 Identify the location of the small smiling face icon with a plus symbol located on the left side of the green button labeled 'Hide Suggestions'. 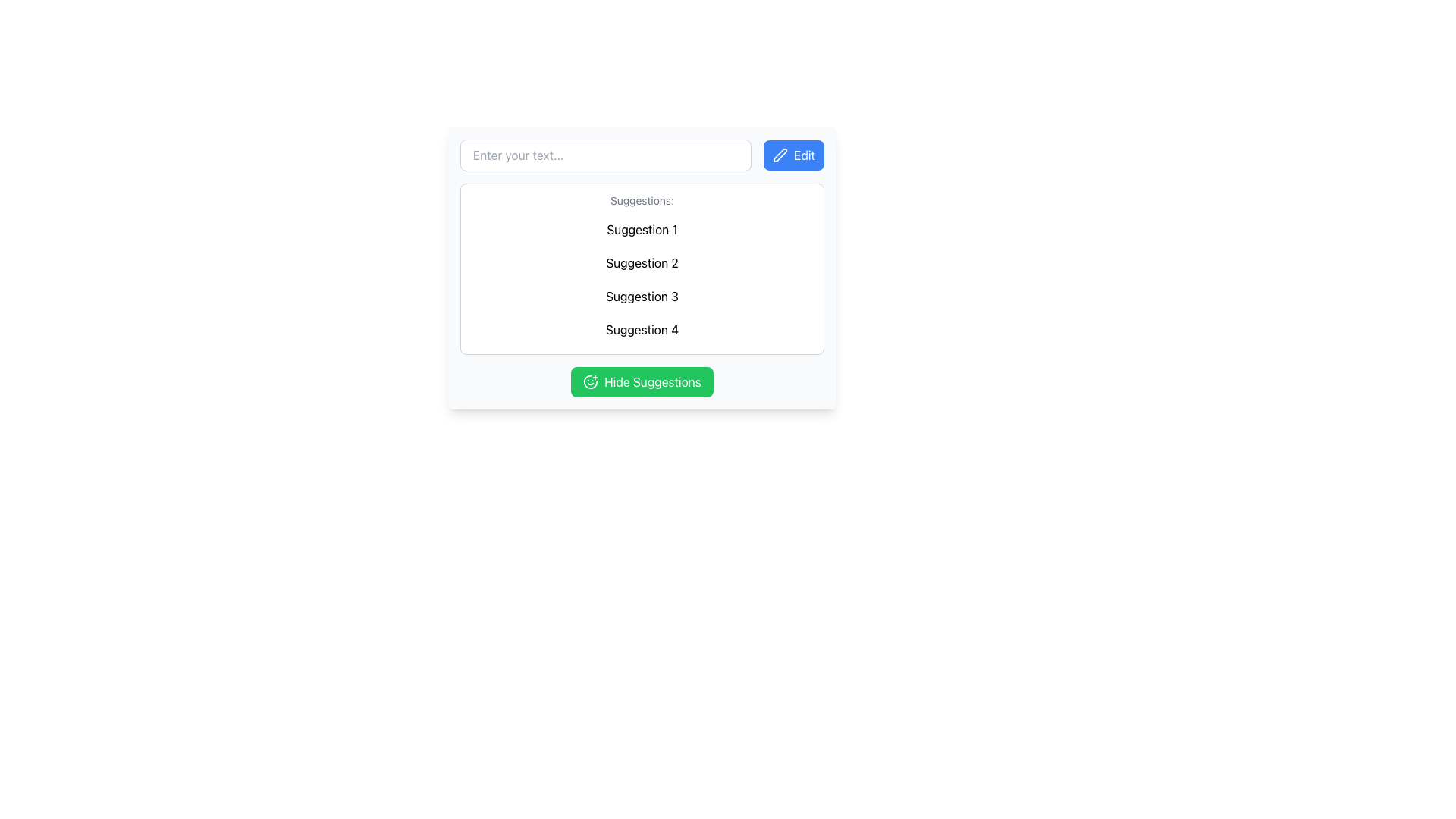
(590, 381).